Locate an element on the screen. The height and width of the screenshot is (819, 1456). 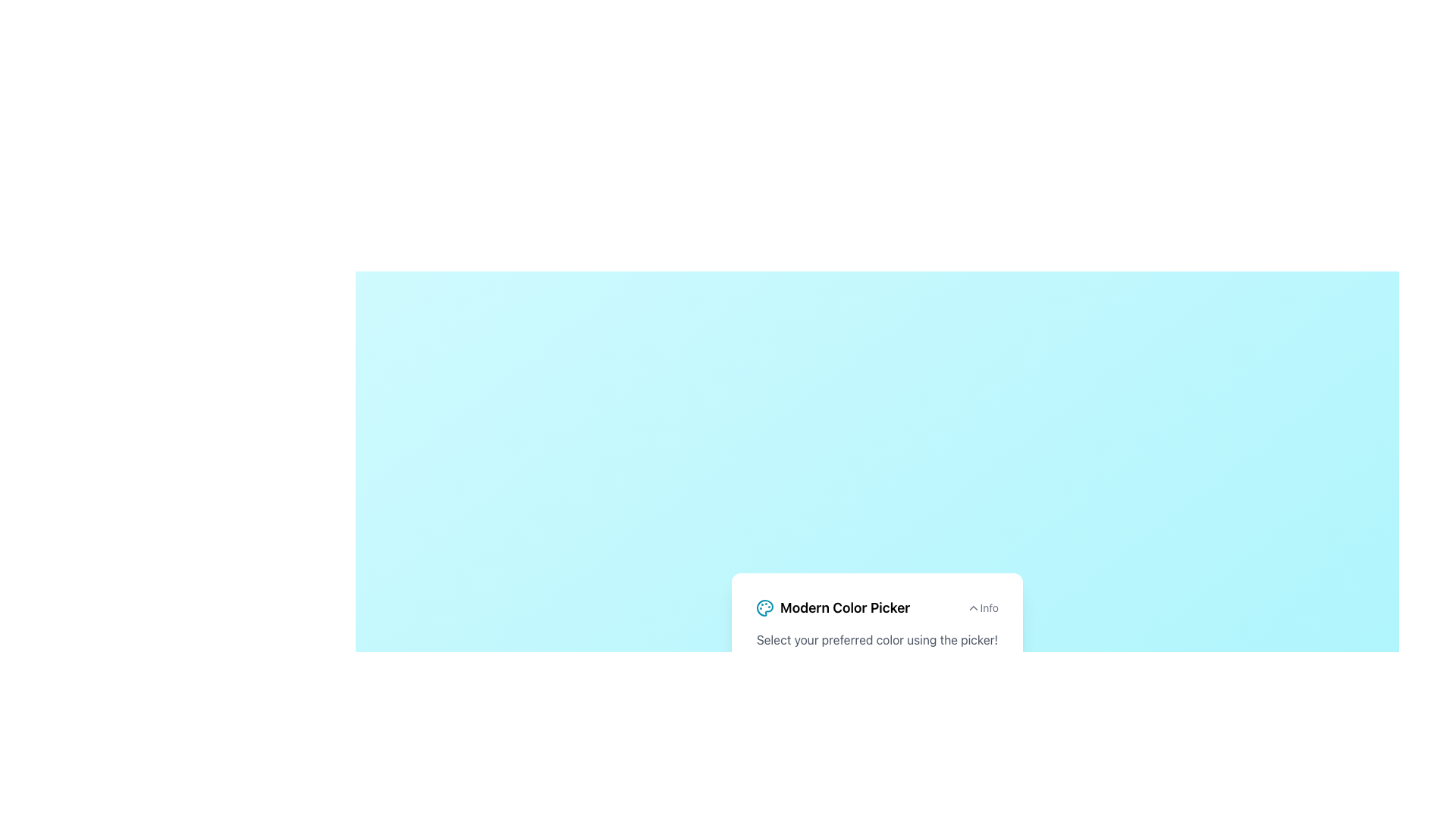
the cyan round-edged oval icon representing the palette in the color picker section of the UI is located at coordinates (764, 607).